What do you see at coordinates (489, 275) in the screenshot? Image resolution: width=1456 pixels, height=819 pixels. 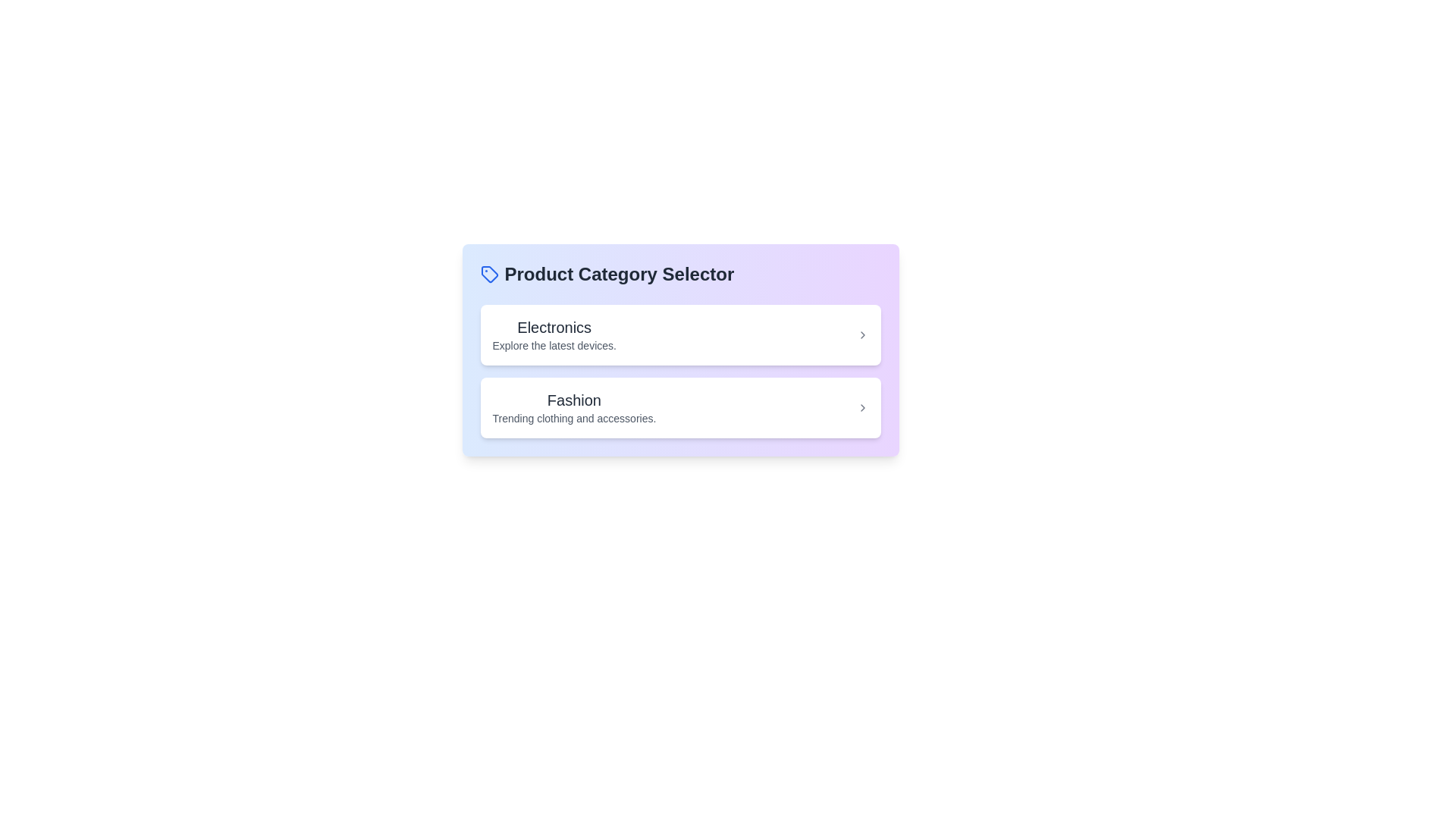 I see `the blue tag-shaped icon located to the left of the 'Product Category Selector' title in the header section` at bounding box center [489, 275].